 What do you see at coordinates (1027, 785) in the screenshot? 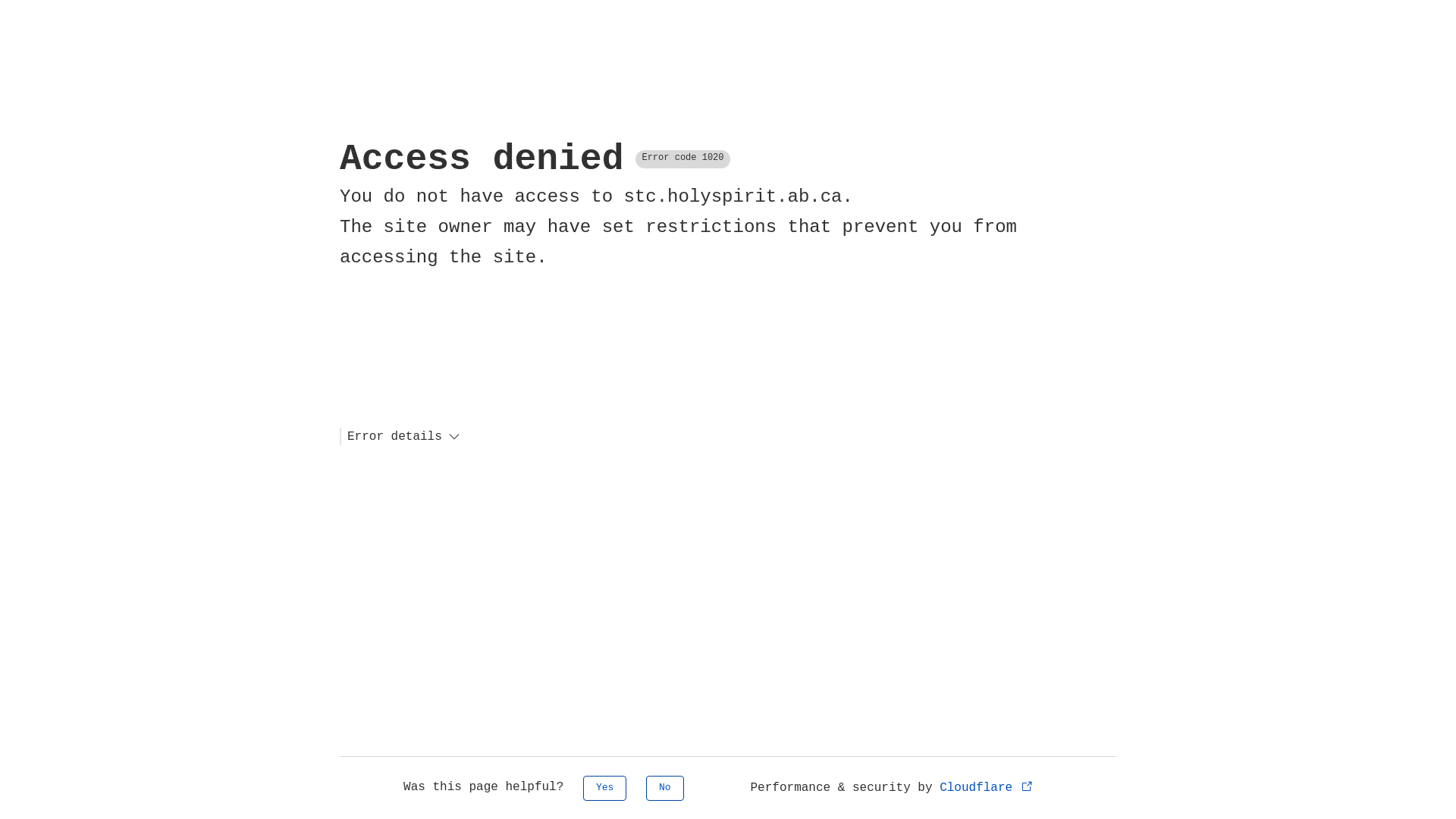
I see `'Opens in new tab'` at bounding box center [1027, 785].